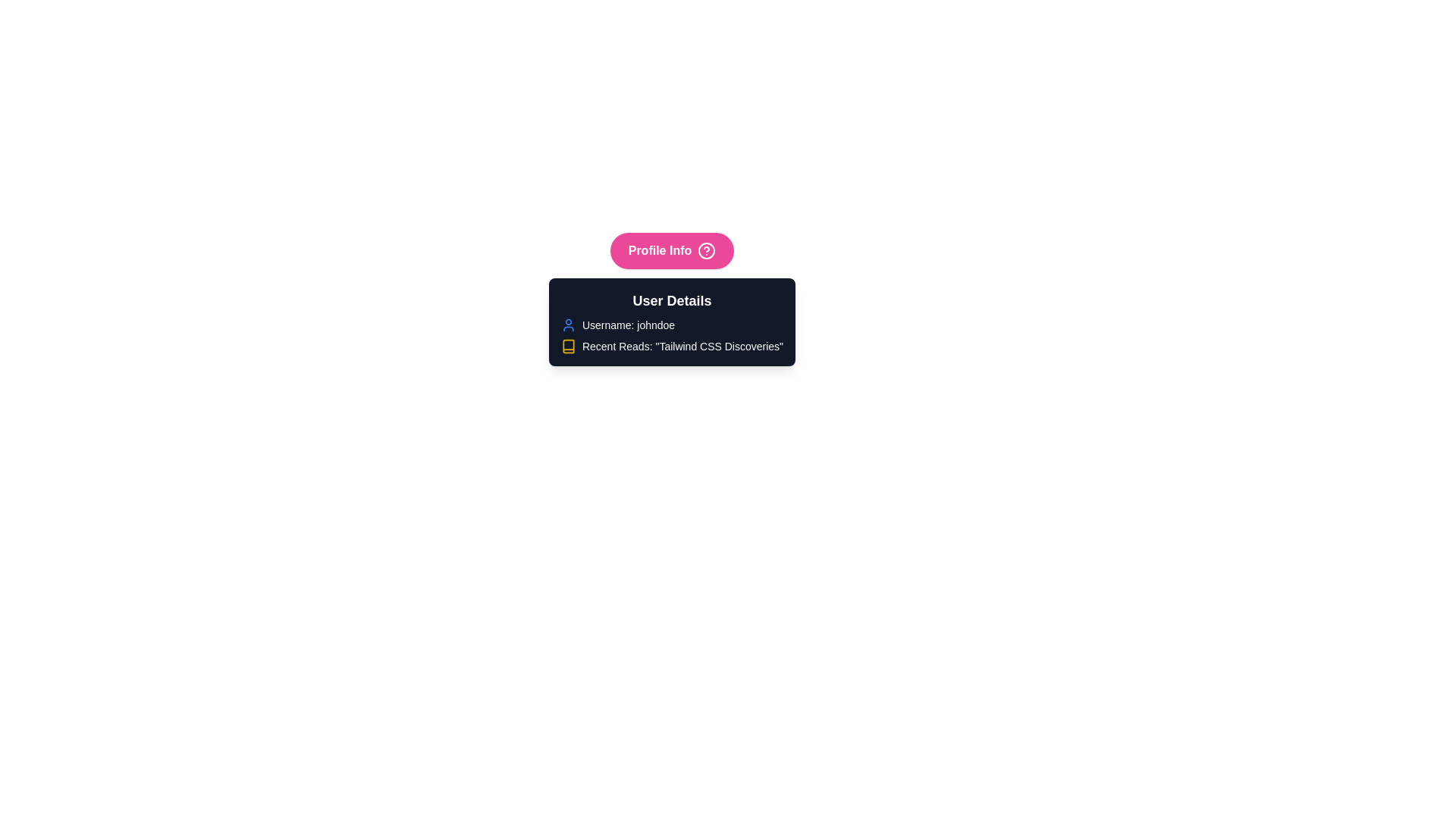 The image size is (1456, 819). What do you see at coordinates (671, 250) in the screenshot?
I see `the rounded rectangular button with a bright pink background that reads 'Profile Info' to observe style changes` at bounding box center [671, 250].